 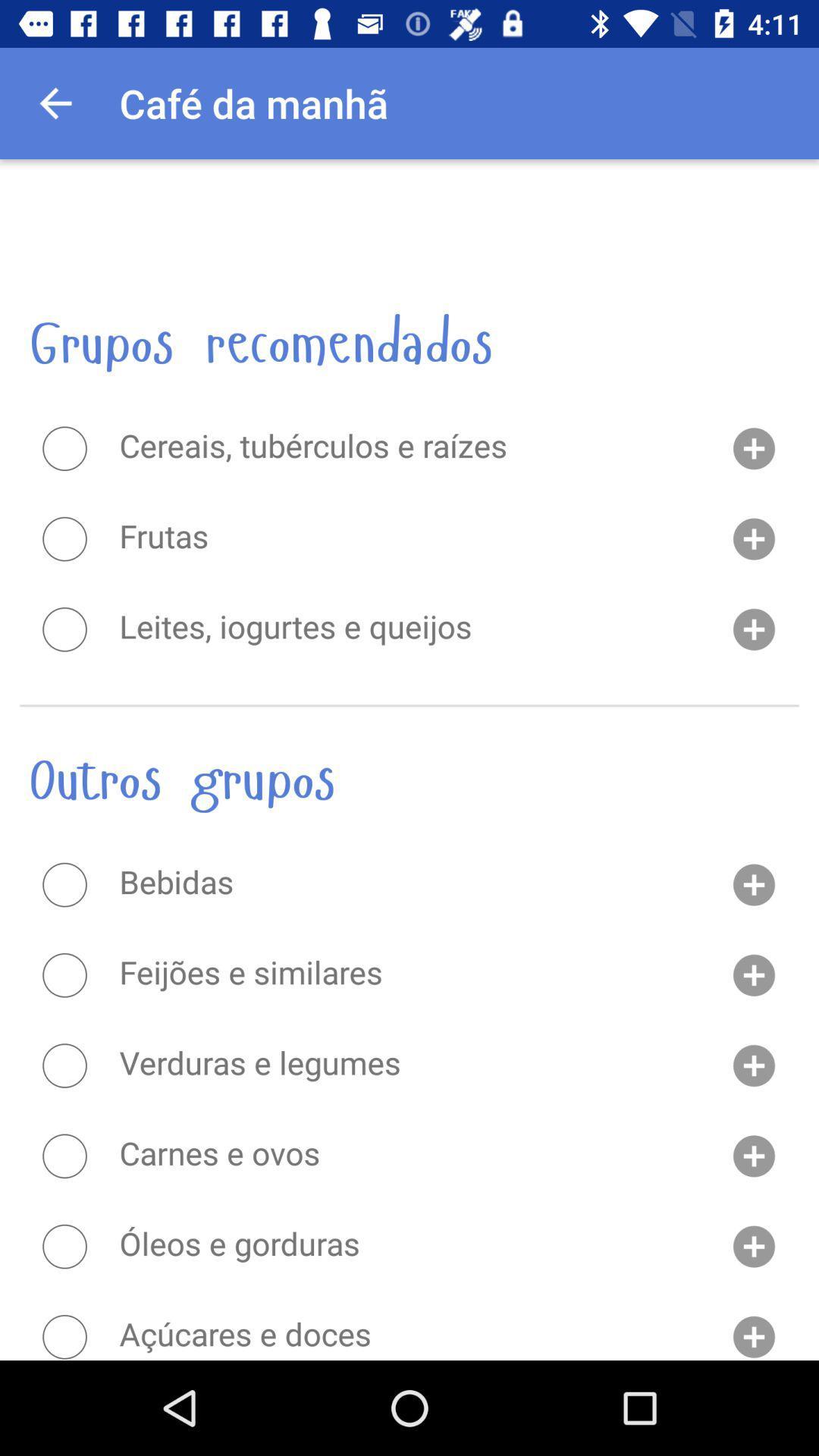 What do you see at coordinates (64, 447) in the screenshot?
I see `choose the option cereais tubrculos e razes` at bounding box center [64, 447].